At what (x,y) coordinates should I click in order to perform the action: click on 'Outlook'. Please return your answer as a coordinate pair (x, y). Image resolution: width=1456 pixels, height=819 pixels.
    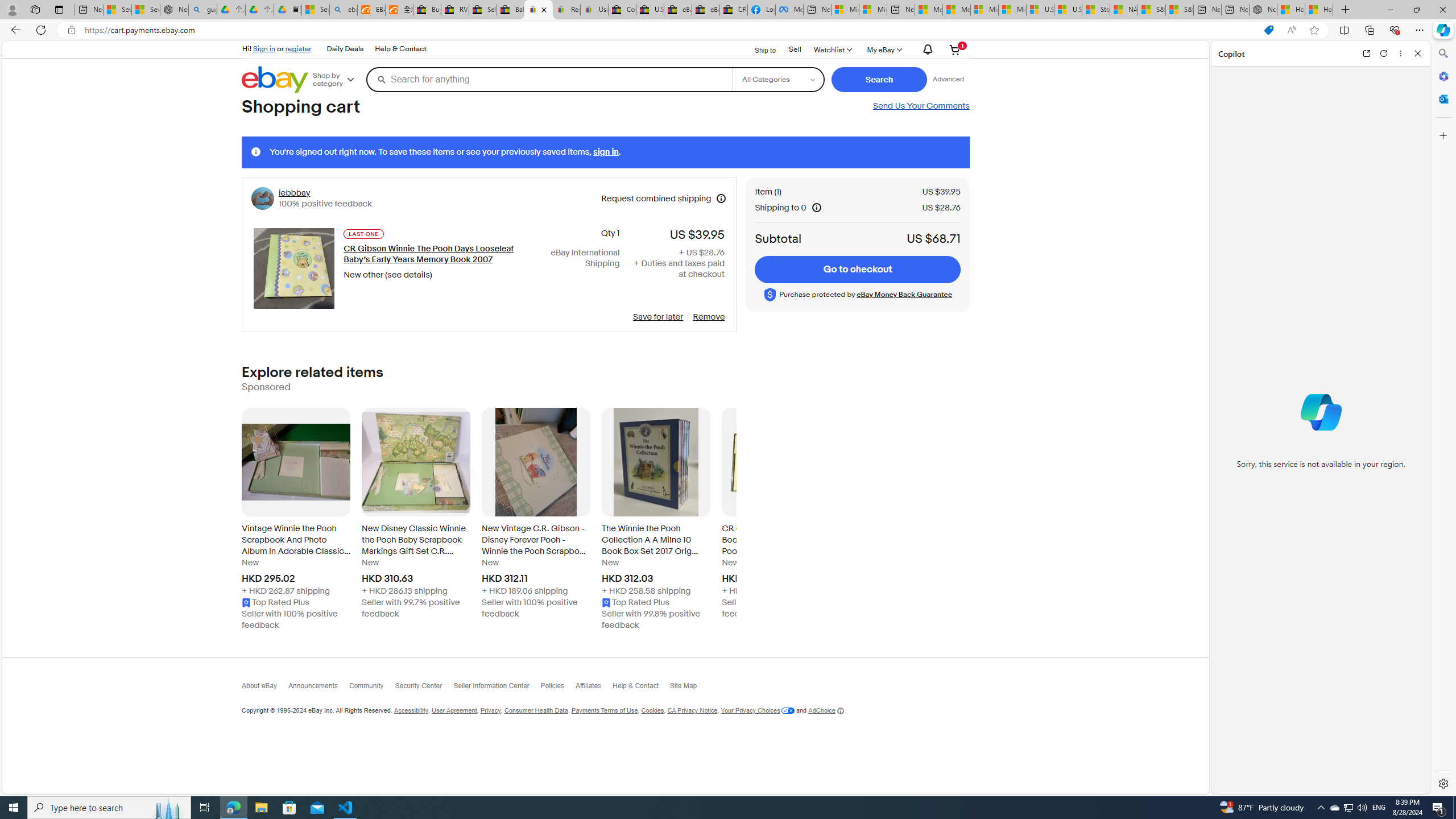
    Looking at the image, I should click on (1442, 98).